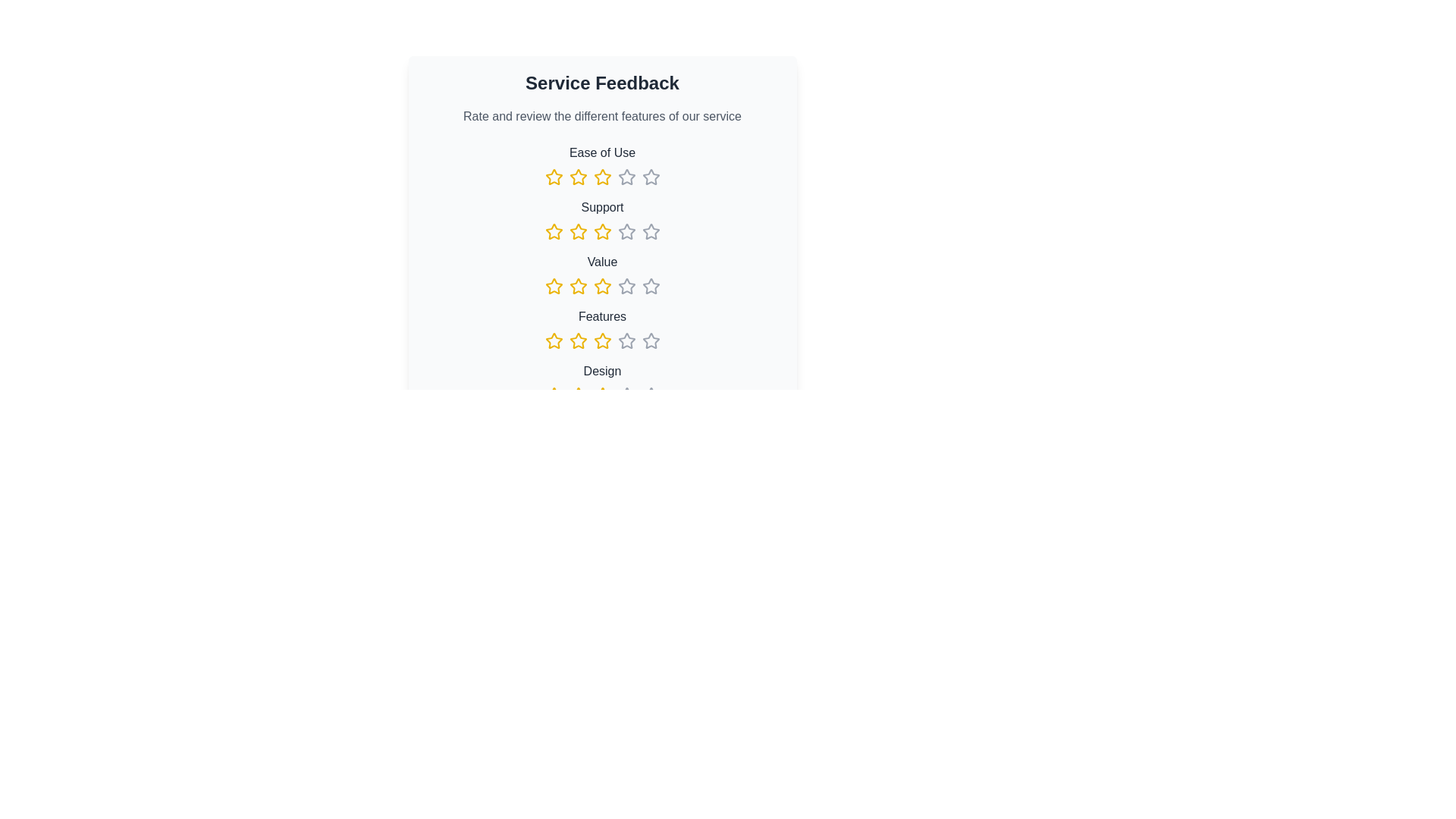  What do you see at coordinates (577, 286) in the screenshot?
I see `the first star in the 'Value' rating section` at bounding box center [577, 286].